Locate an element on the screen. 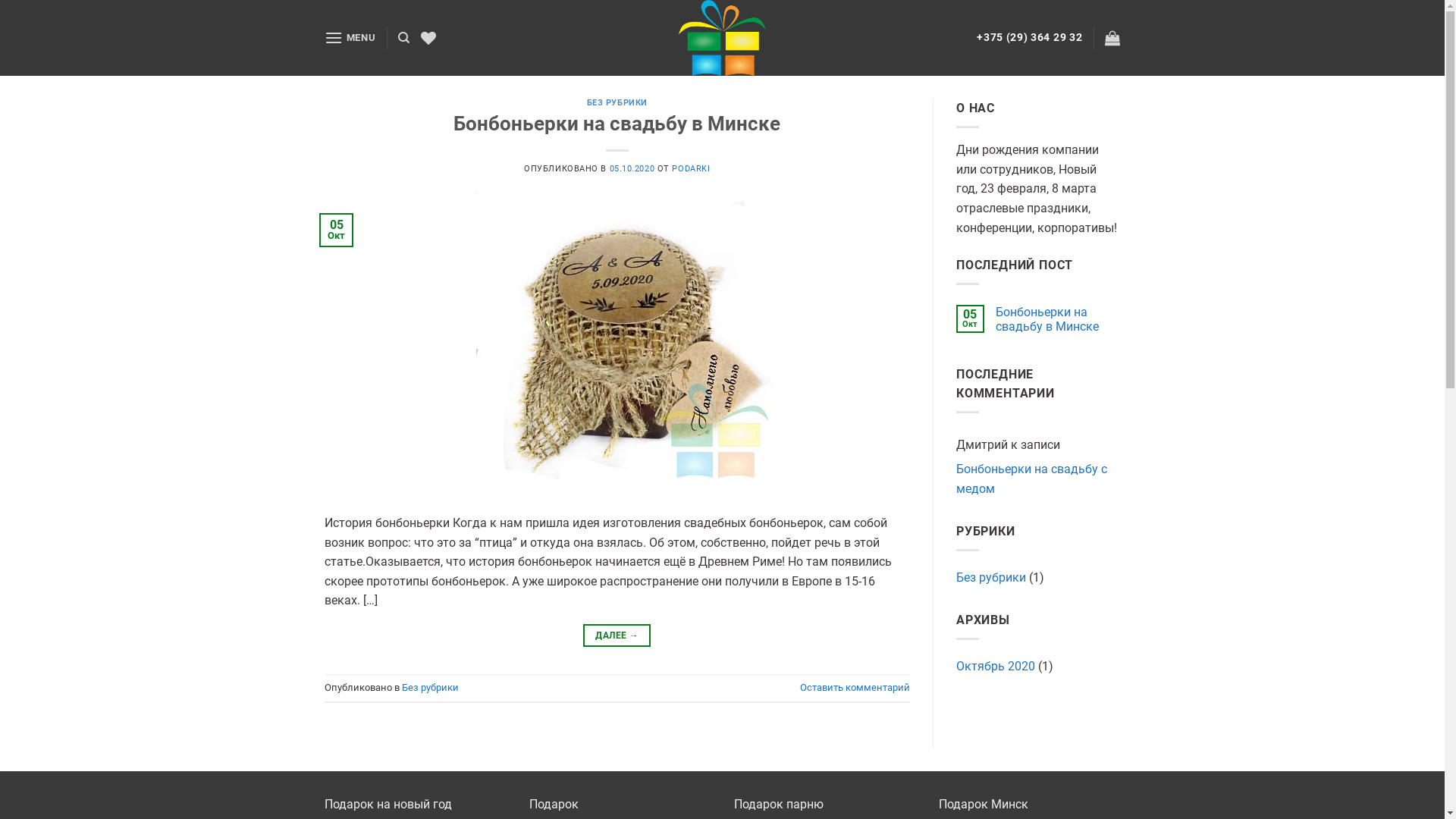  'MENU' is located at coordinates (349, 36).